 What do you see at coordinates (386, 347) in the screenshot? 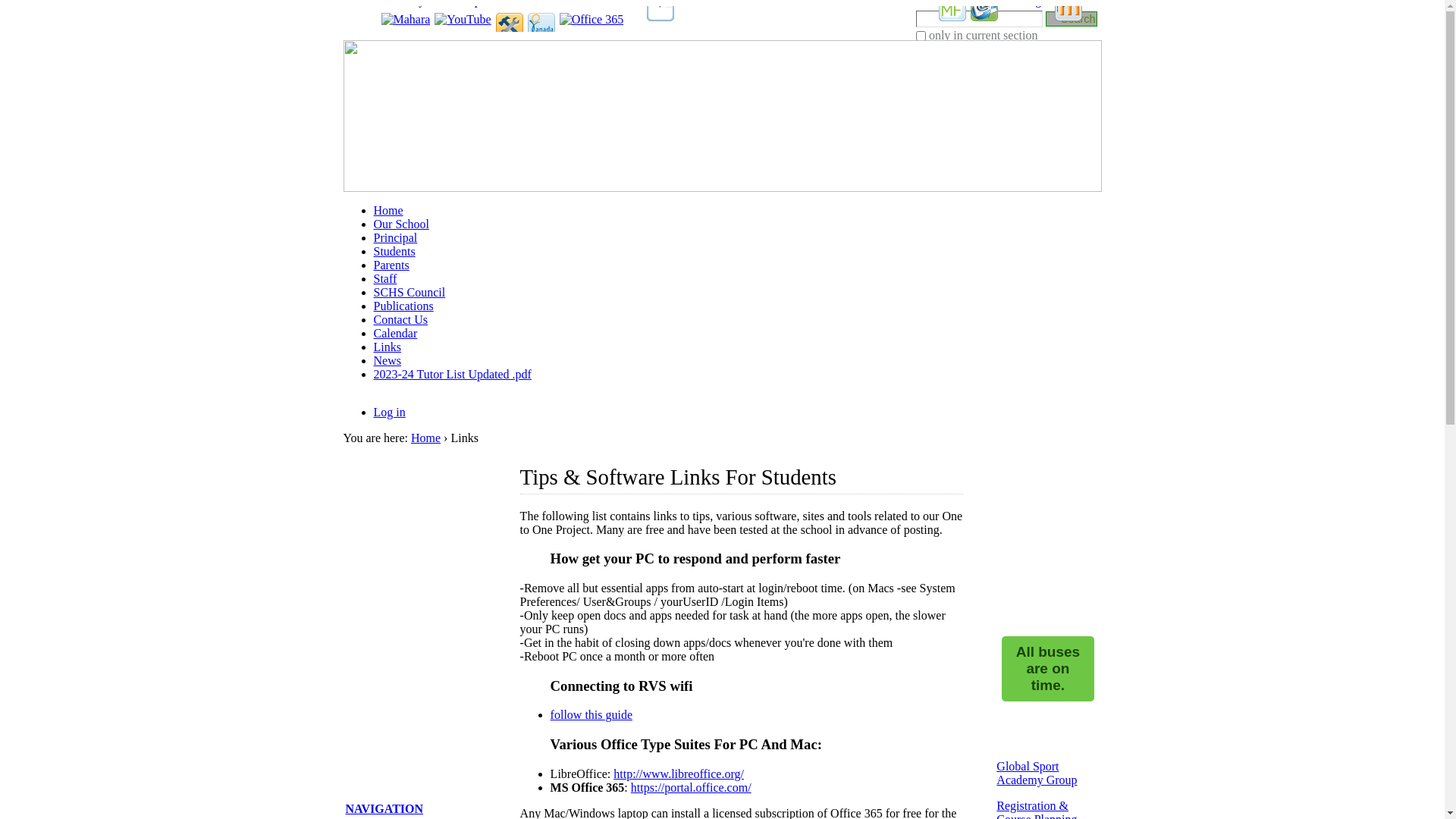
I see `'Links'` at bounding box center [386, 347].